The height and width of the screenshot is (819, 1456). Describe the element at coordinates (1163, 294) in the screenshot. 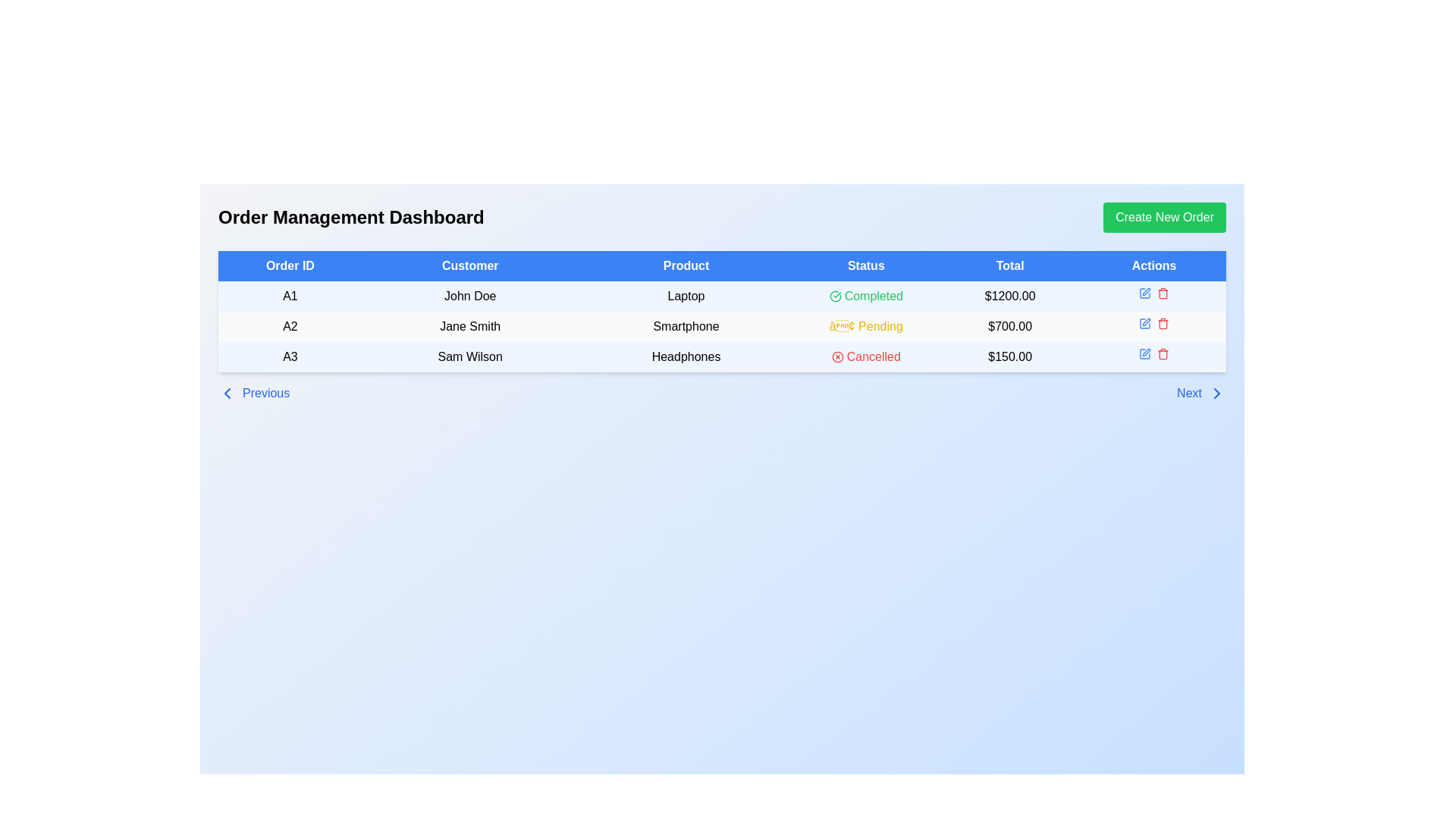

I see `the delete icon for 'John Doe' in the 'Actions' column` at that location.